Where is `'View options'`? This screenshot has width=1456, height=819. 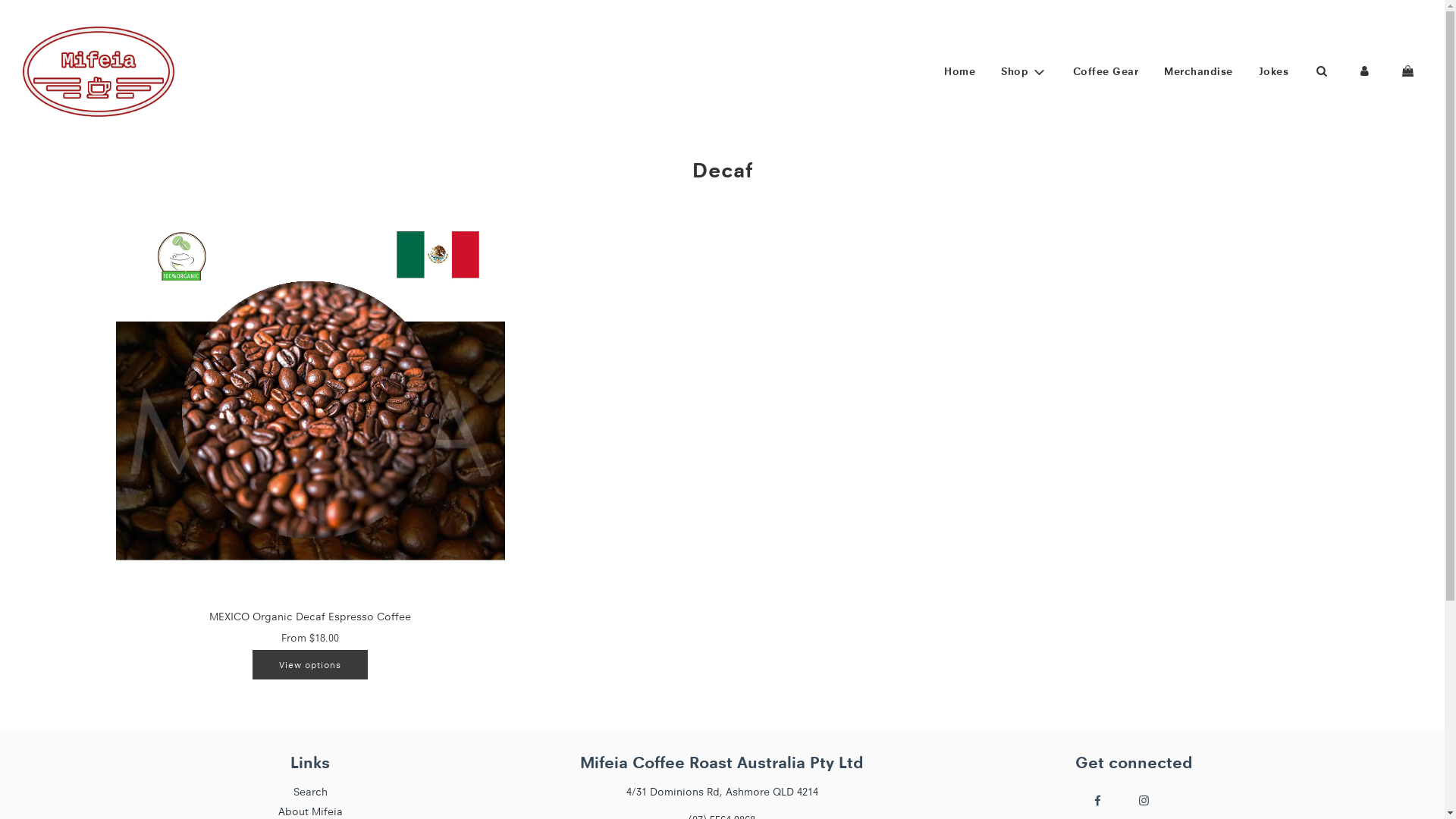
'View options' is located at coordinates (252, 664).